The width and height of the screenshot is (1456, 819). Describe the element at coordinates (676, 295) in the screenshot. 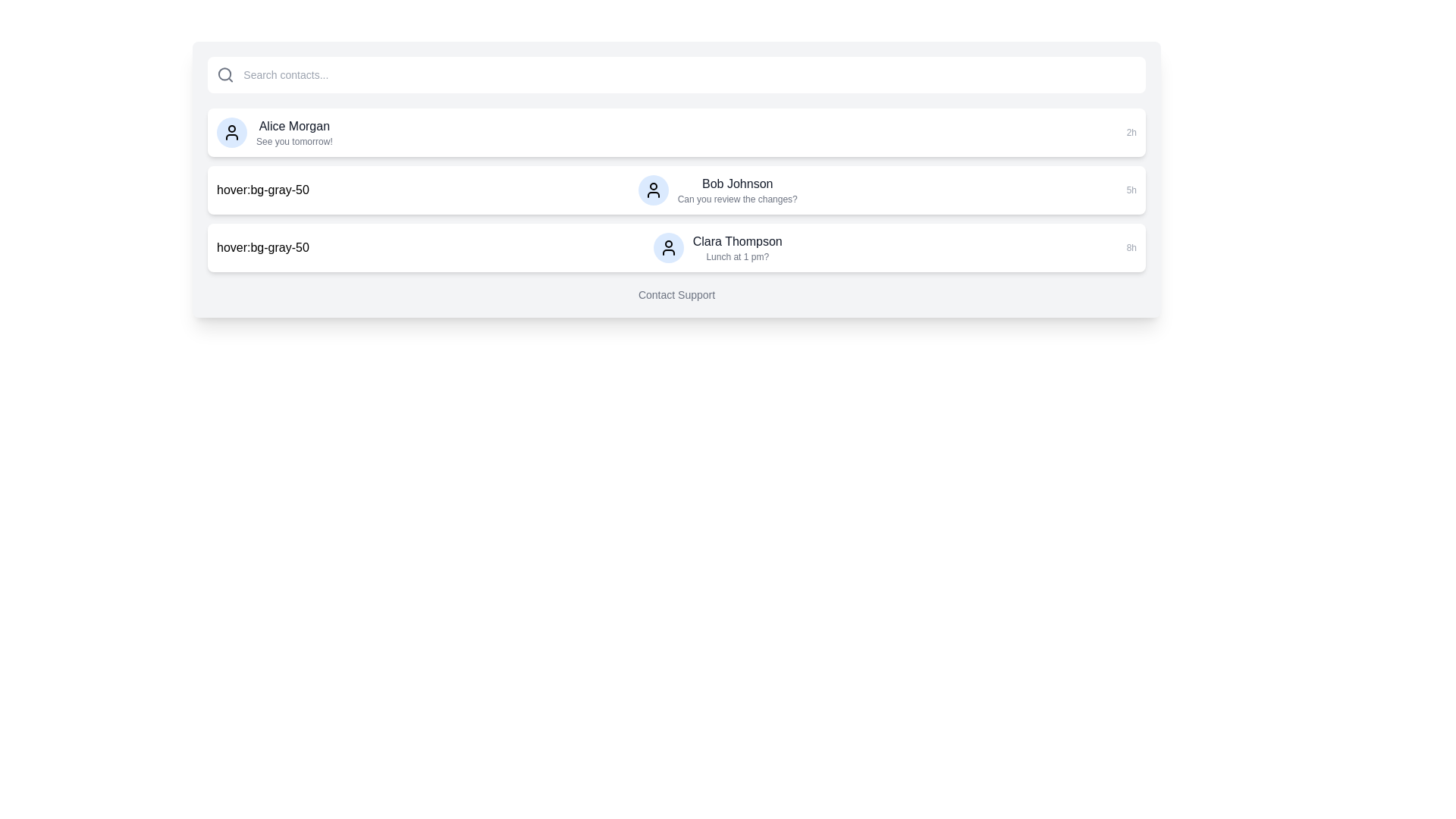

I see `the 'Contact Support' text label, which is displayed in a small, light gray font and is centered horizontally beneath a list of contacts` at that location.